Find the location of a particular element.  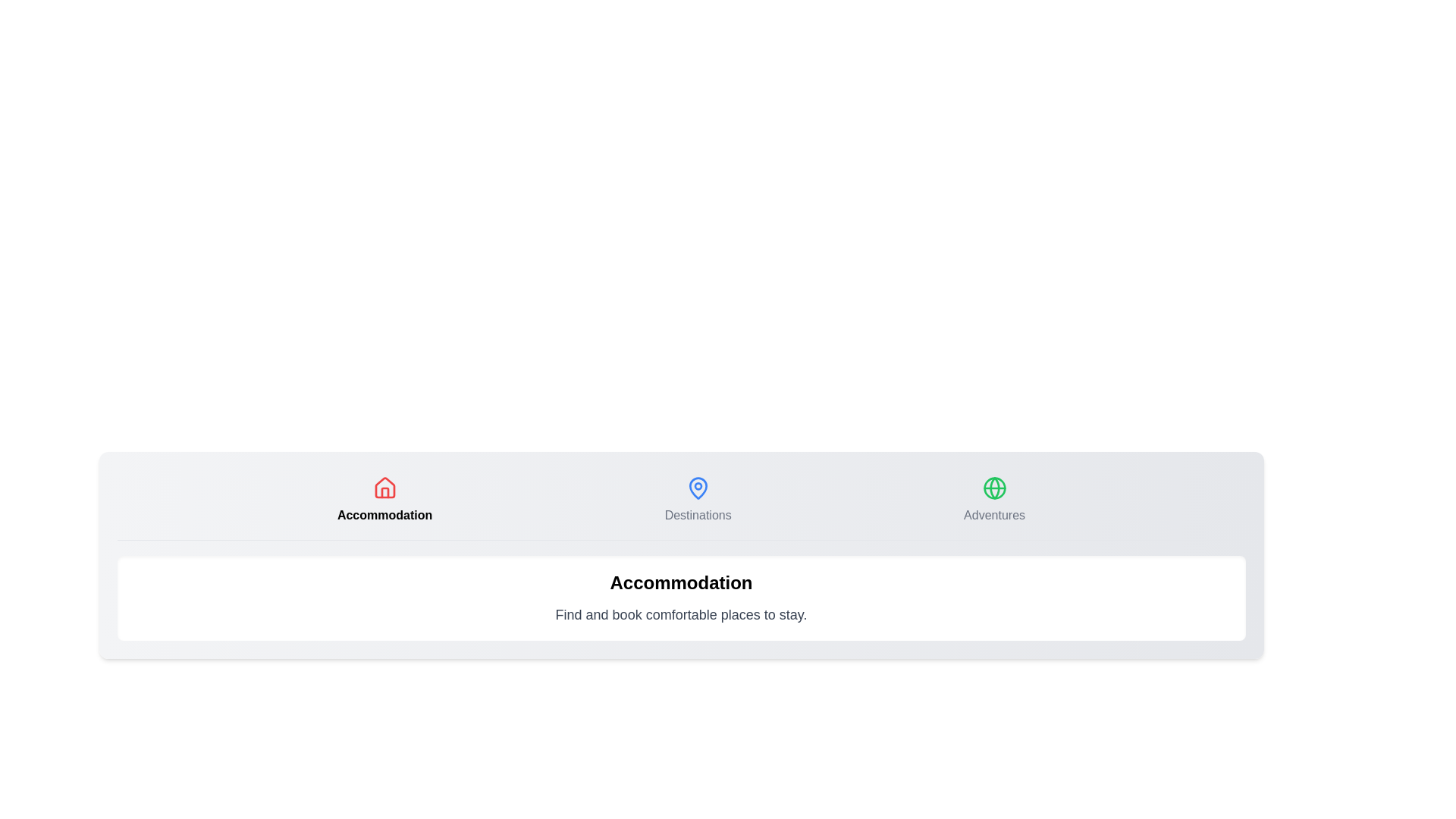

the Adventures tab is located at coordinates (993, 500).